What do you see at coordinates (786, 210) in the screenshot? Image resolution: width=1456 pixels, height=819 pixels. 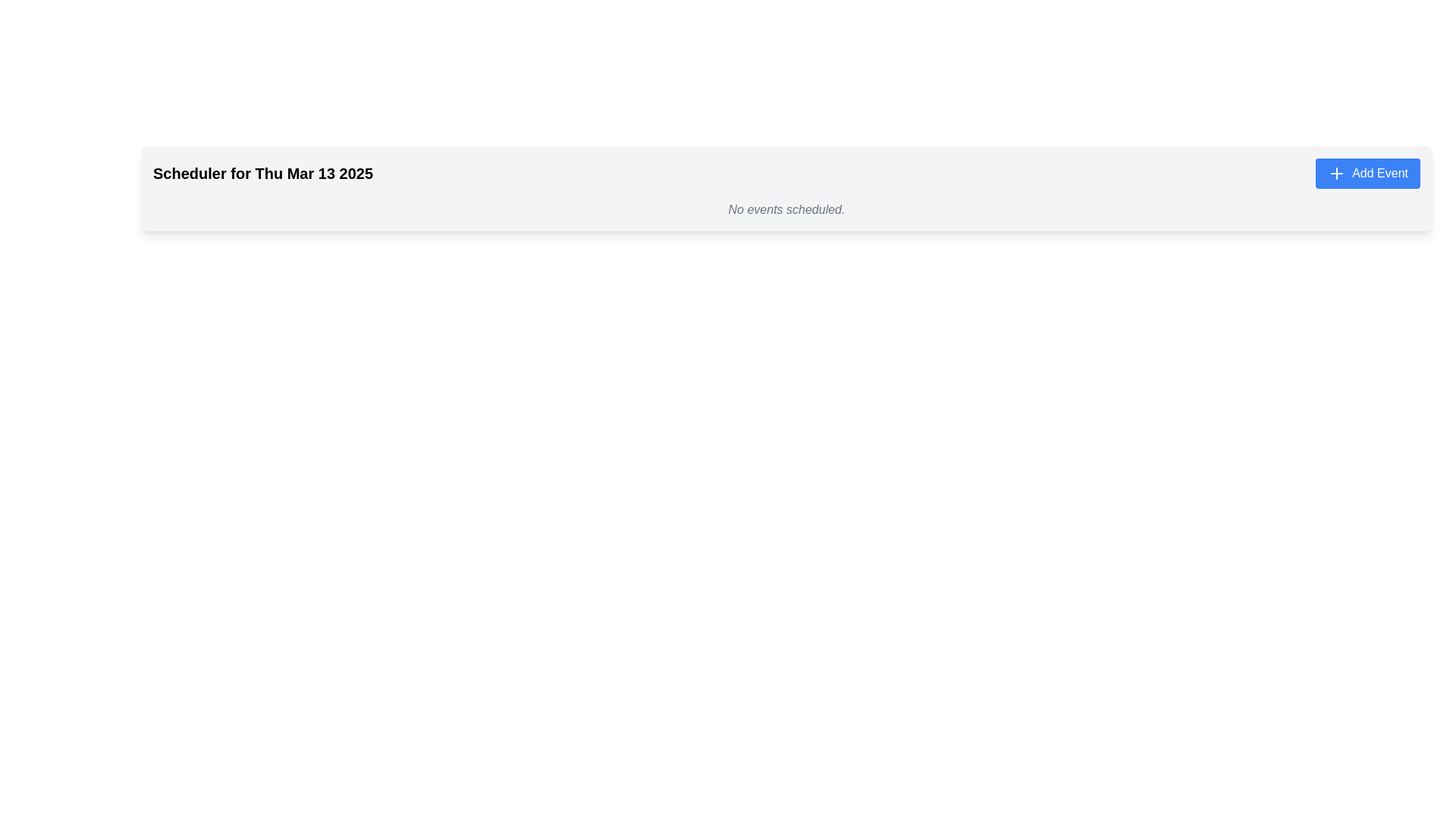 I see `the informational text label indicating no scheduled events for the specified date, located below the heading 'Scheduler for Thu Mar 13 2025'` at bounding box center [786, 210].